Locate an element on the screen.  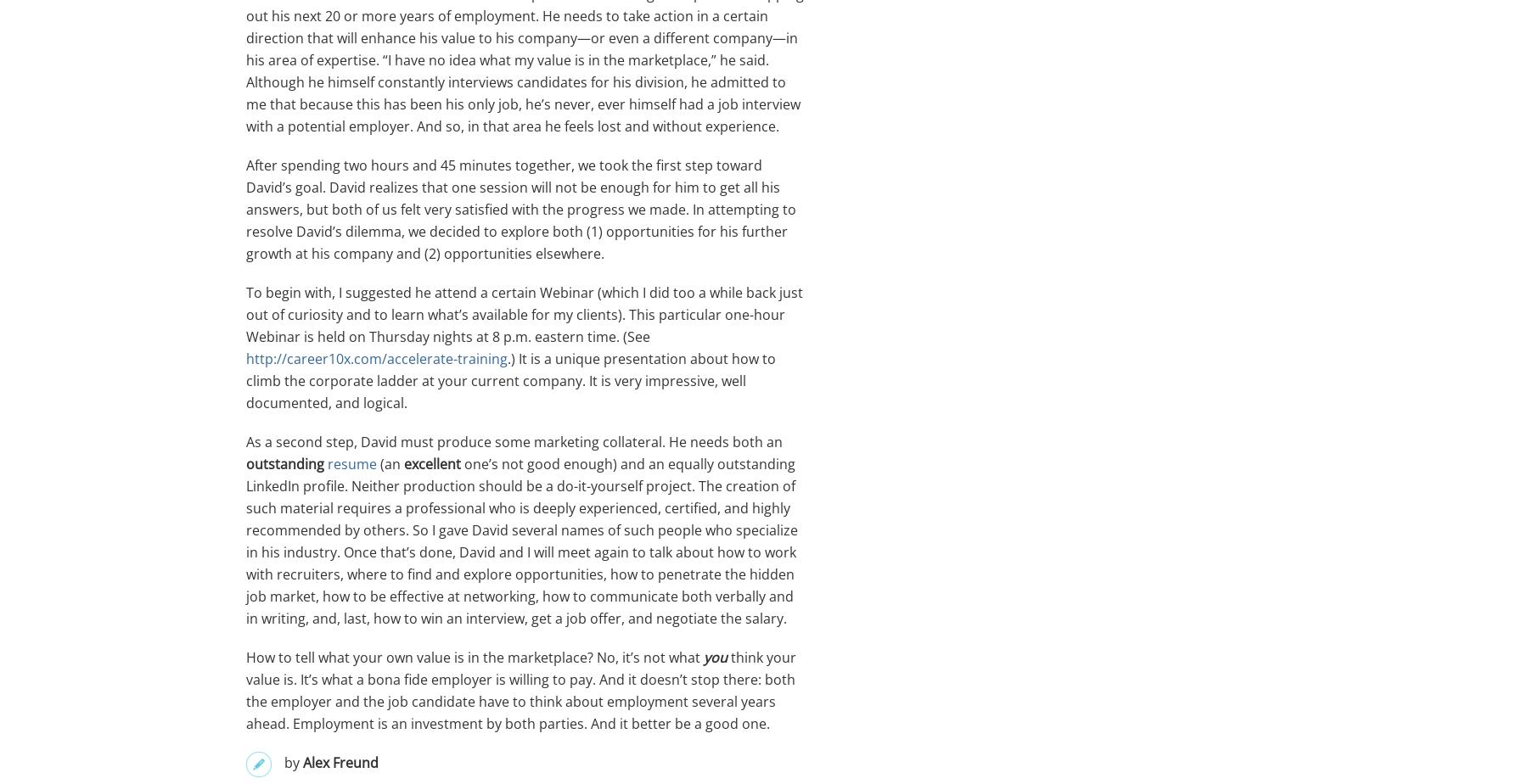
'Alex Freund' is located at coordinates (340, 762).